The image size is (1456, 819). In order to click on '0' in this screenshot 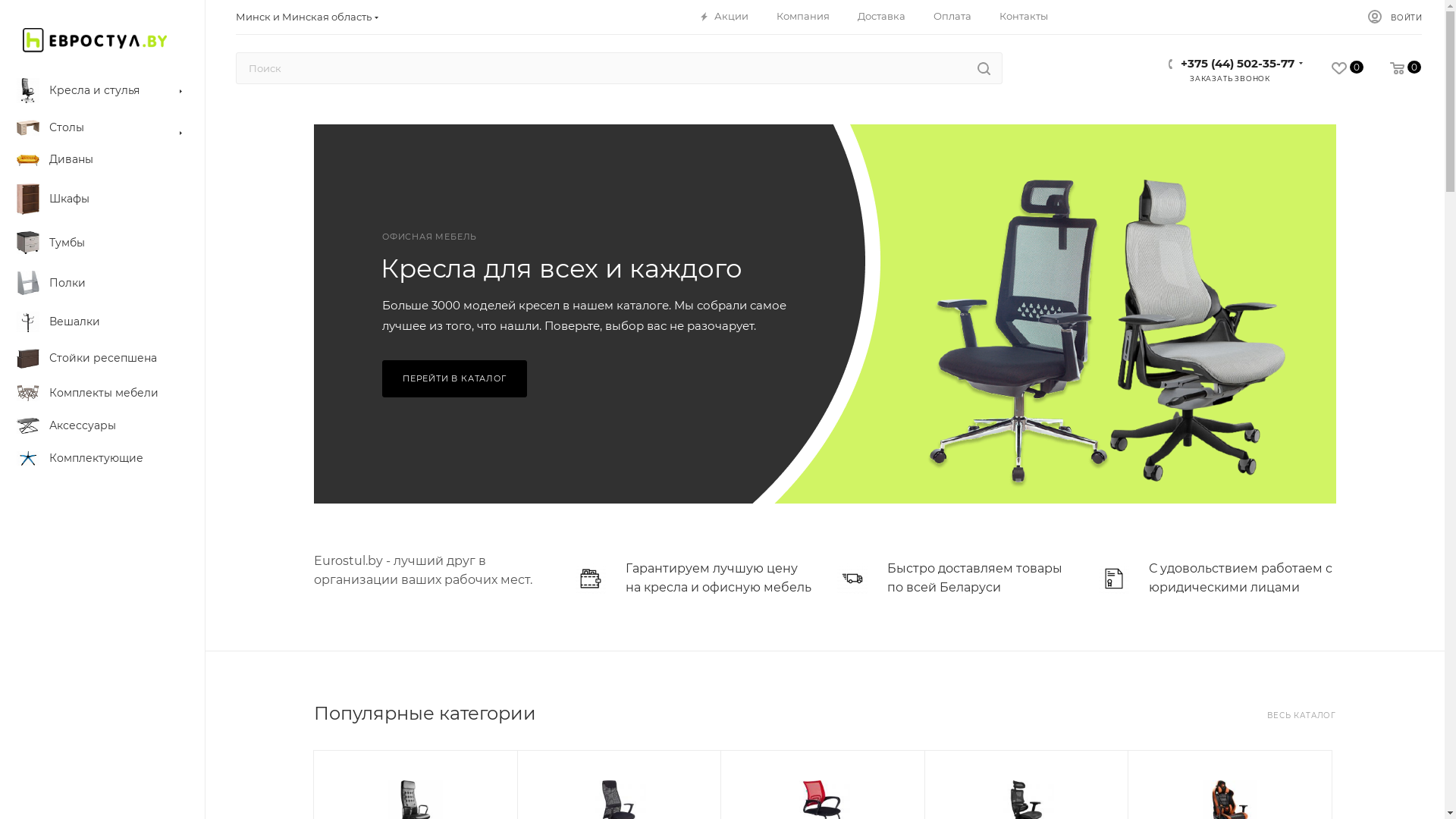, I will do `click(1333, 68)`.